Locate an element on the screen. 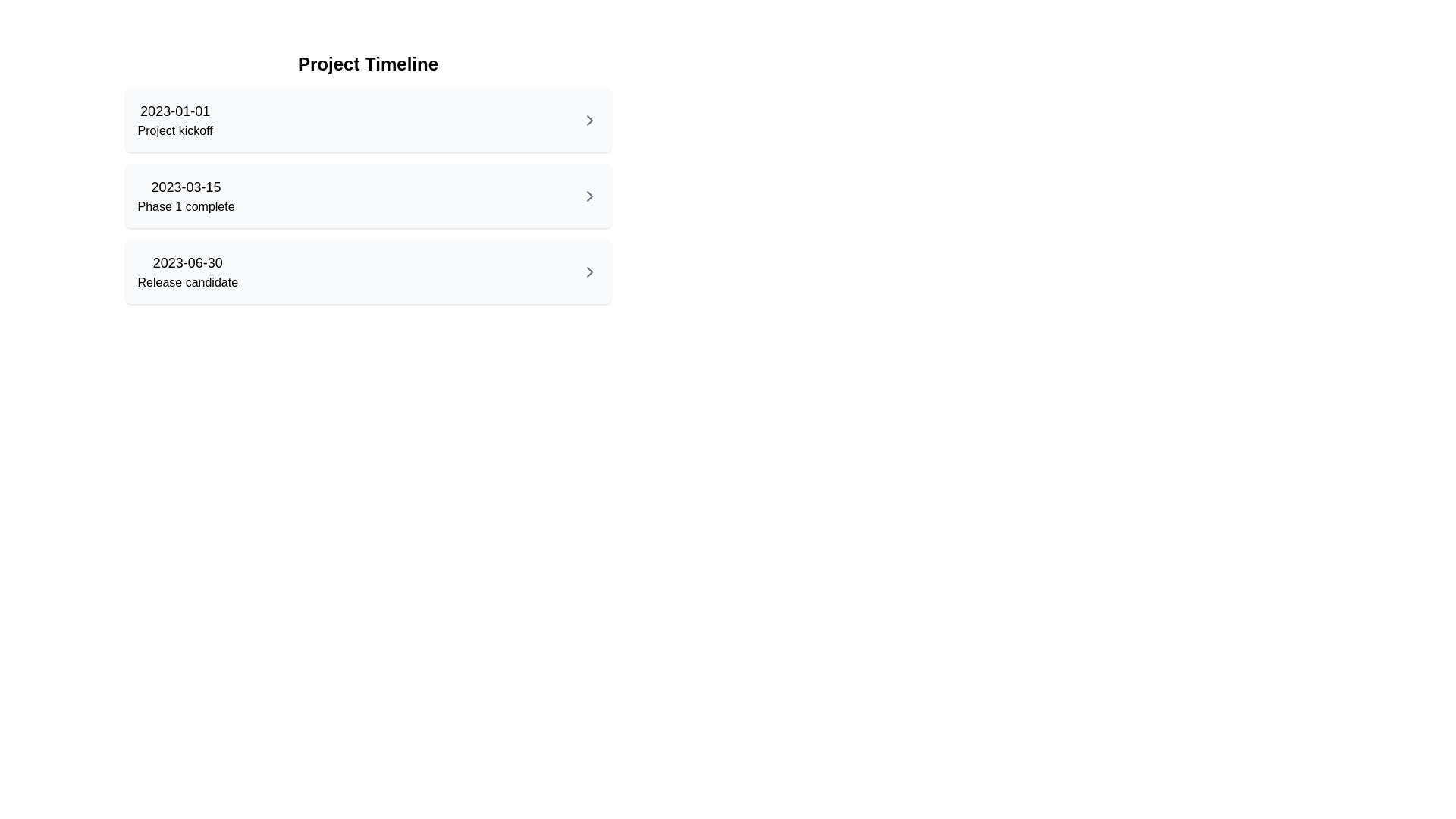 The image size is (1456, 819). the text label displaying '2023-01-01' located at the top of the first timeline section, above the label 'Project kickoff' is located at coordinates (174, 110).